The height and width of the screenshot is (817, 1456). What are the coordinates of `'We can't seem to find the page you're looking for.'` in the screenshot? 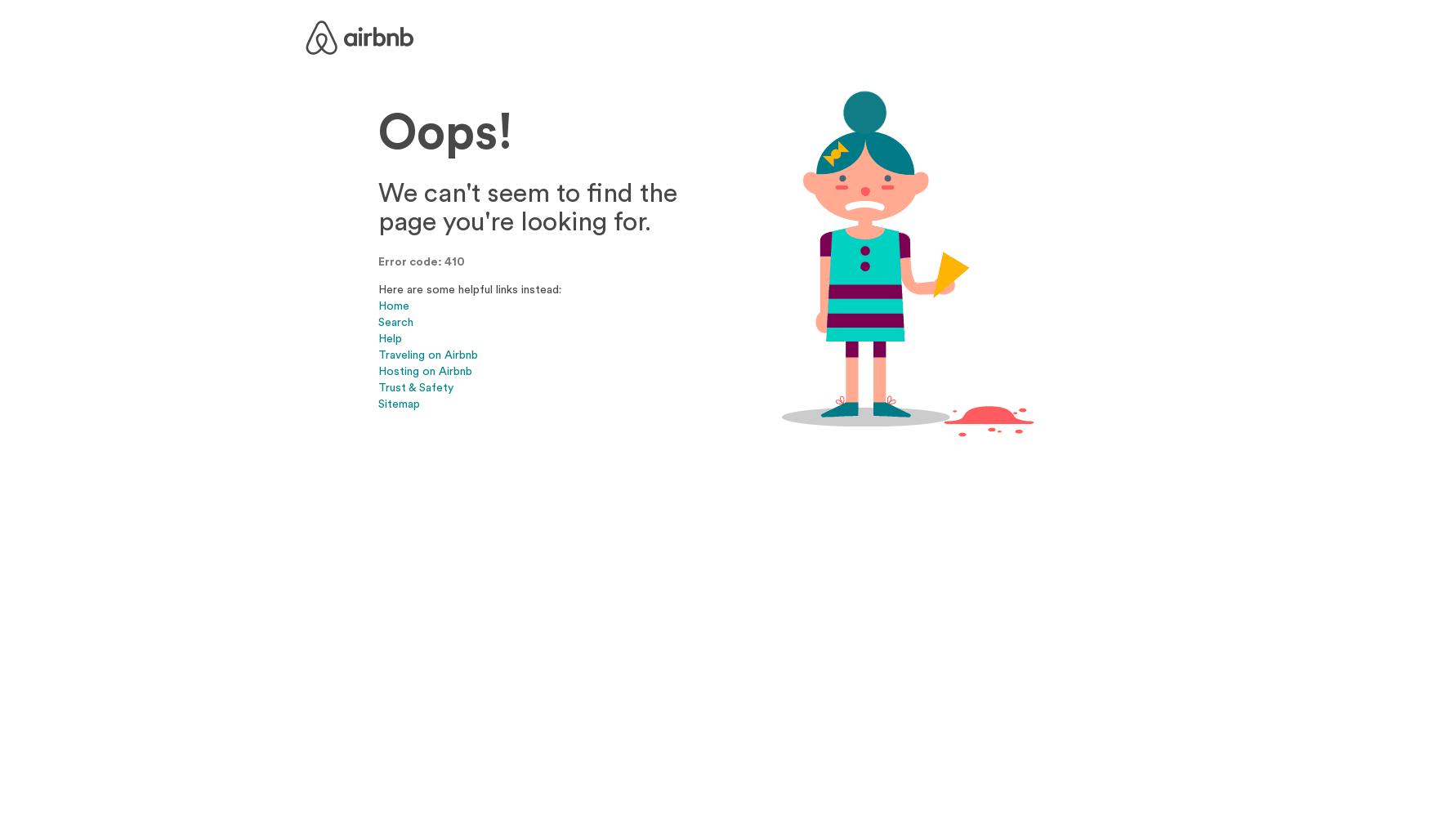 It's located at (377, 207).